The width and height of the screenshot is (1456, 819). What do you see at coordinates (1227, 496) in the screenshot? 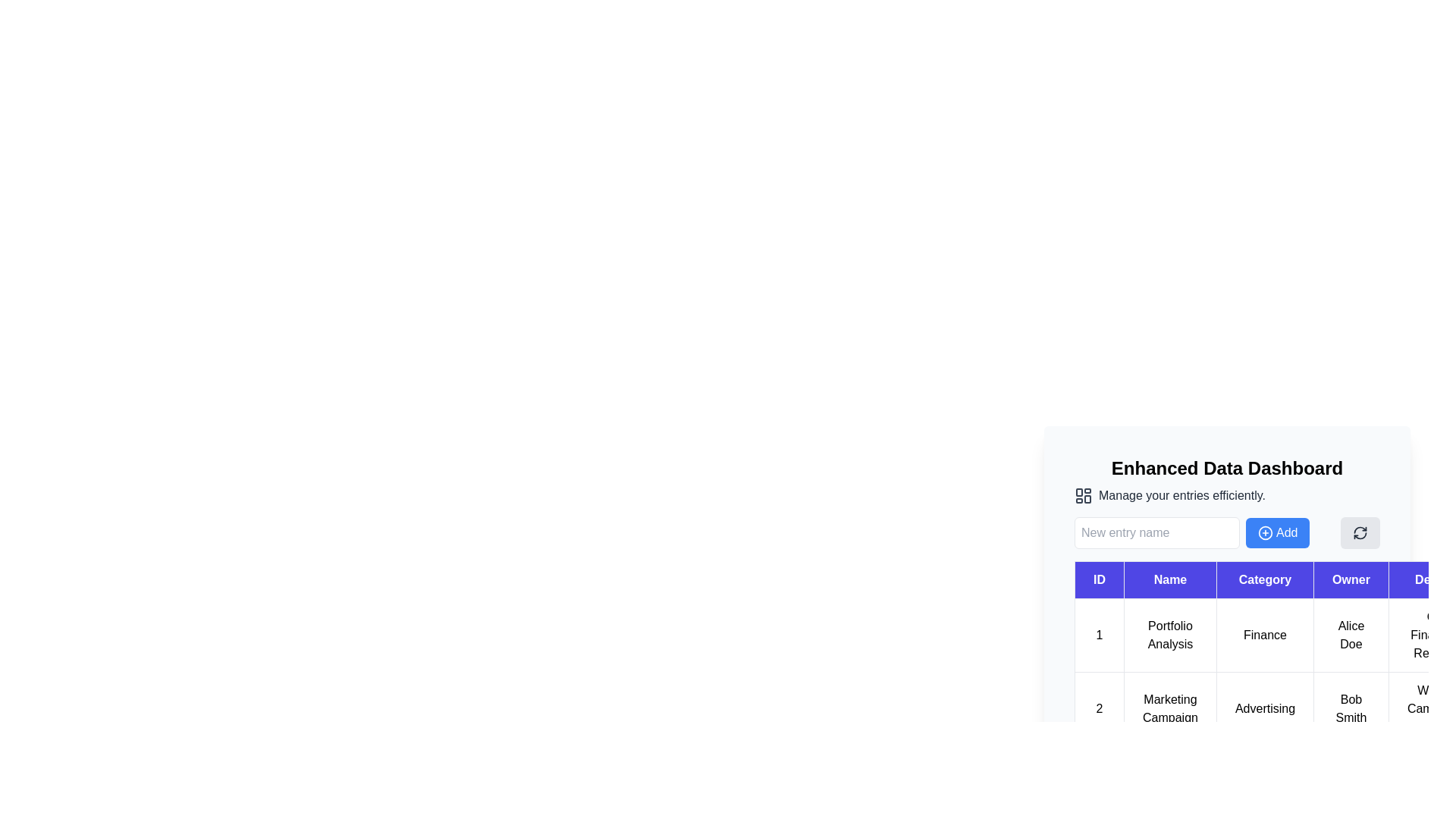
I see `text content of the informative label located beneath the title 'Enhanced Data Dashboard', which provides a secondary description of the dashboard's purpose and functionality` at bounding box center [1227, 496].